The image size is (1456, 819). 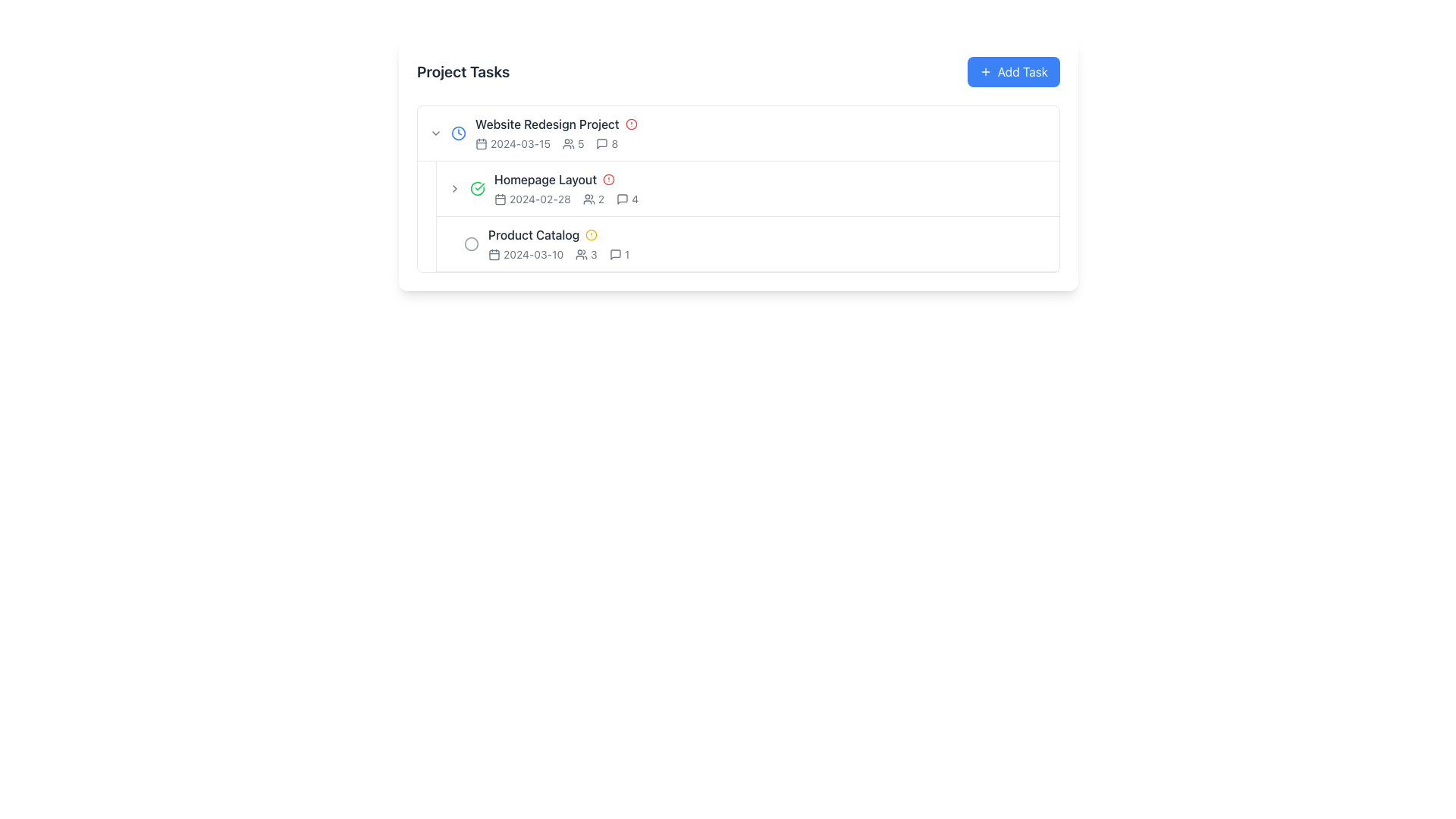 What do you see at coordinates (763, 133) in the screenshot?
I see `Text display area that shows details about the first project task, positioned at the top-left of the task list, by clicking on it` at bounding box center [763, 133].